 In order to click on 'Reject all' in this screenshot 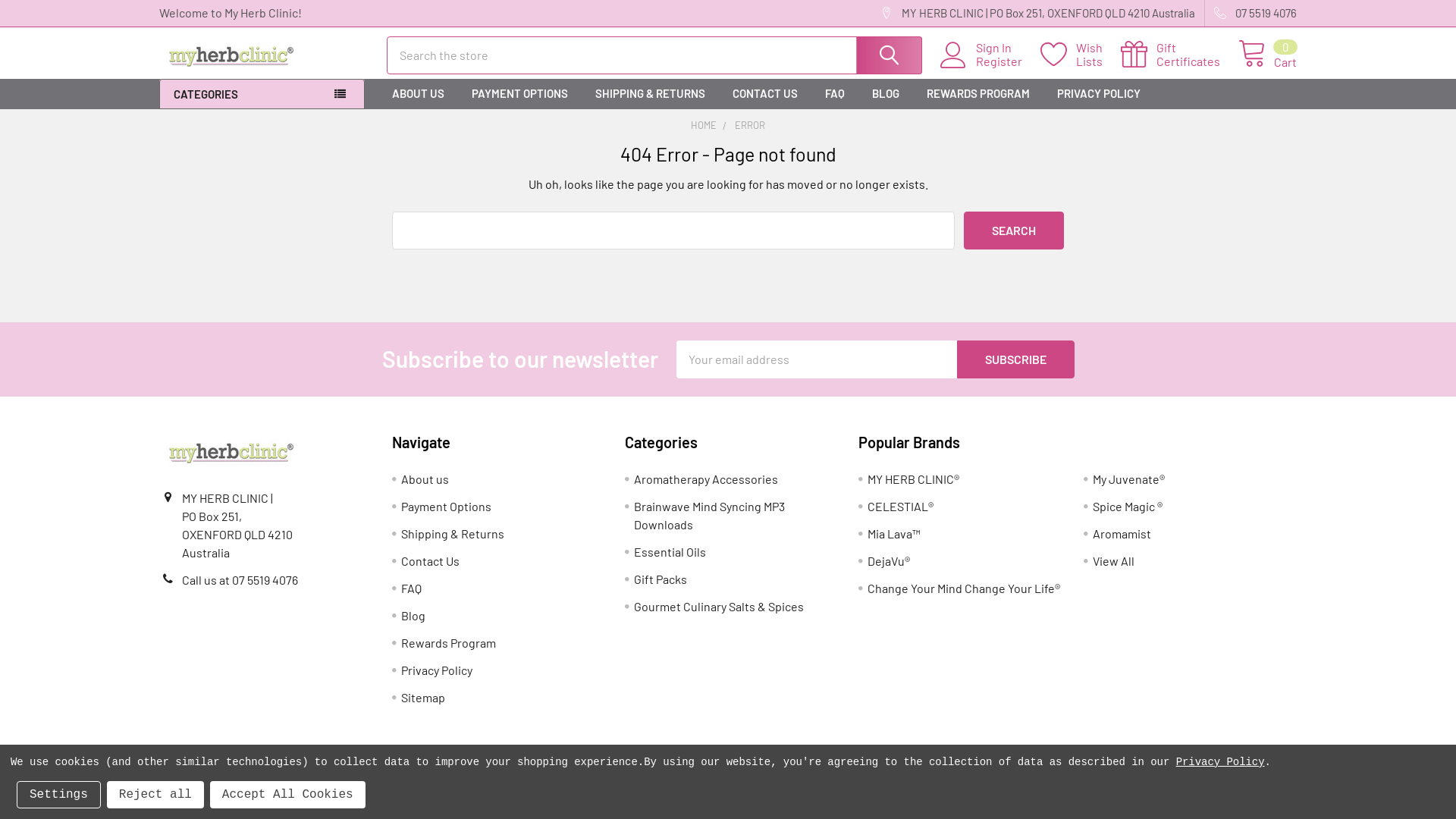, I will do `click(105, 794)`.